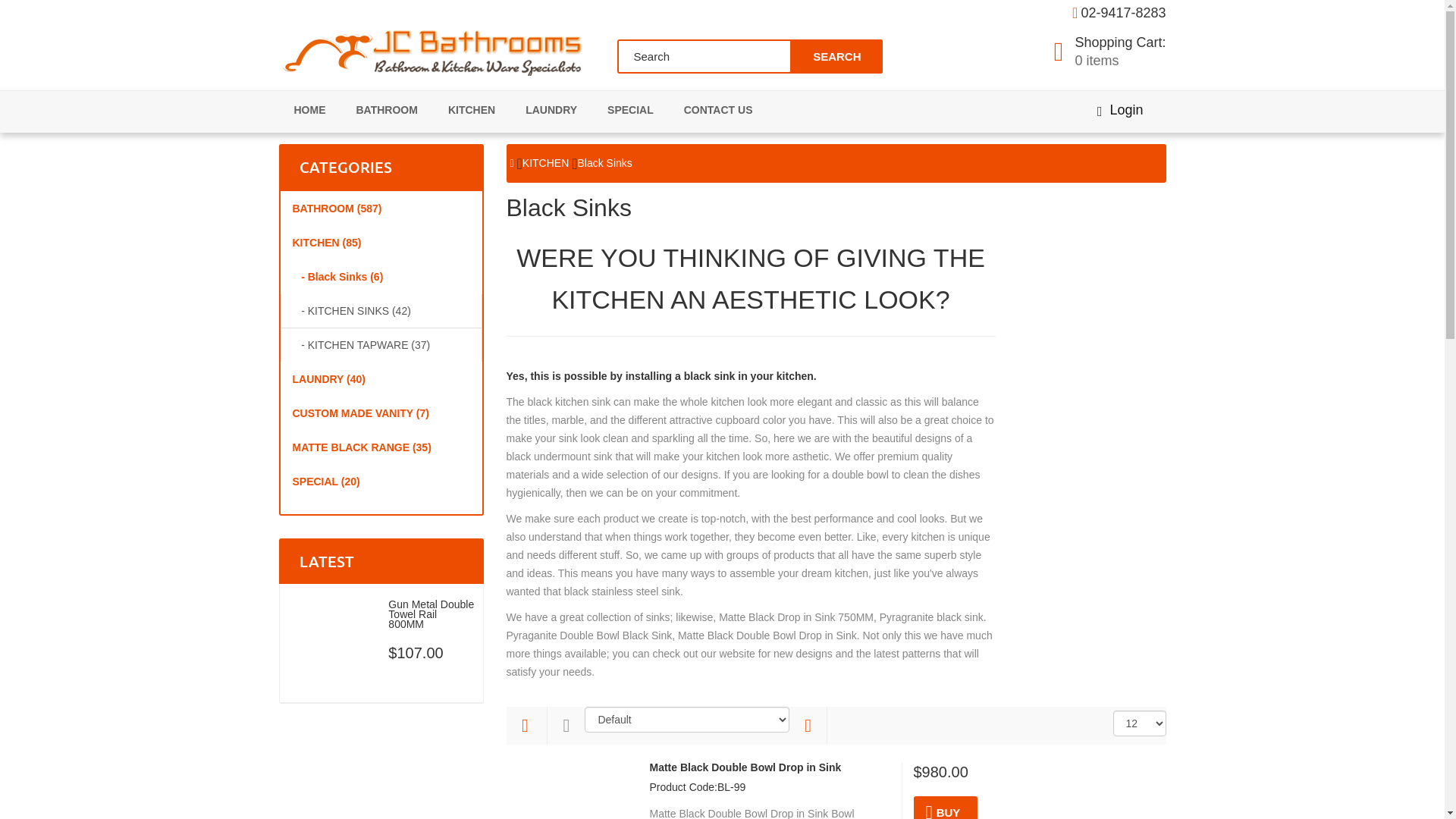  Describe the element at coordinates (1123, 12) in the screenshot. I see `'02-9417-8283'` at that location.